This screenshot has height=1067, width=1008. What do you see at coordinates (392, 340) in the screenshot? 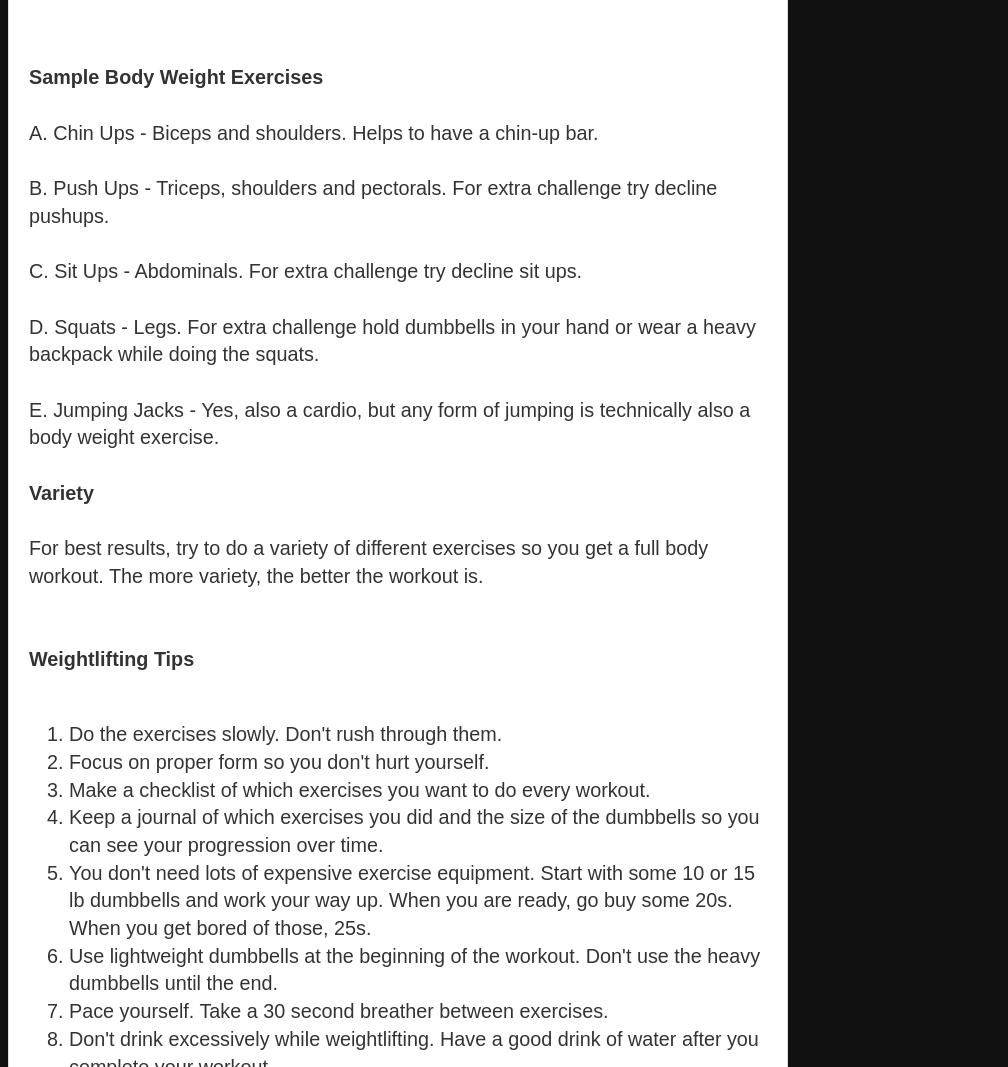
I see `'D. Squats - Legs. For extra challenge hold dumbbells in your hand or wear a heavy backpack while doing the squats.'` at bounding box center [392, 340].